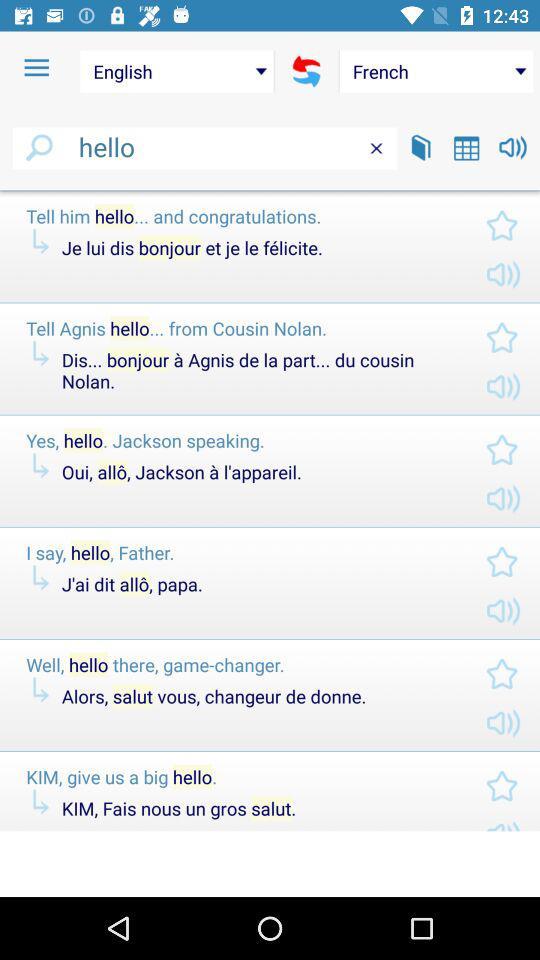 The height and width of the screenshot is (960, 540). What do you see at coordinates (257, 246) in the screenshot?
I see `icon below the tell him hello icon` at bounding box center [257, 246].